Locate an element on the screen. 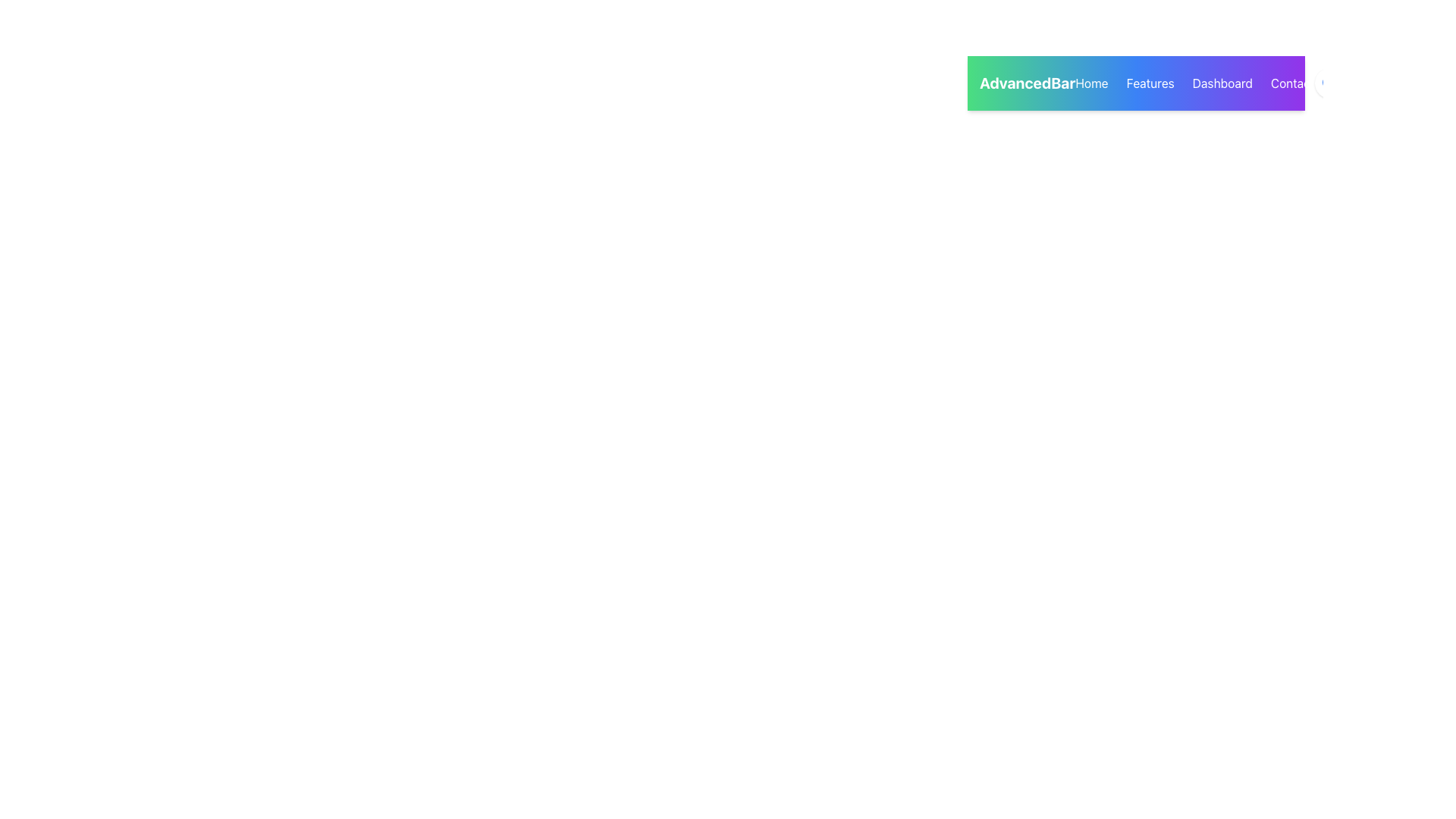  the 'Home' text link, which is the first item in the horizontal navigation bar styled with white text on a blue background is located at coordinates (1090, 83).